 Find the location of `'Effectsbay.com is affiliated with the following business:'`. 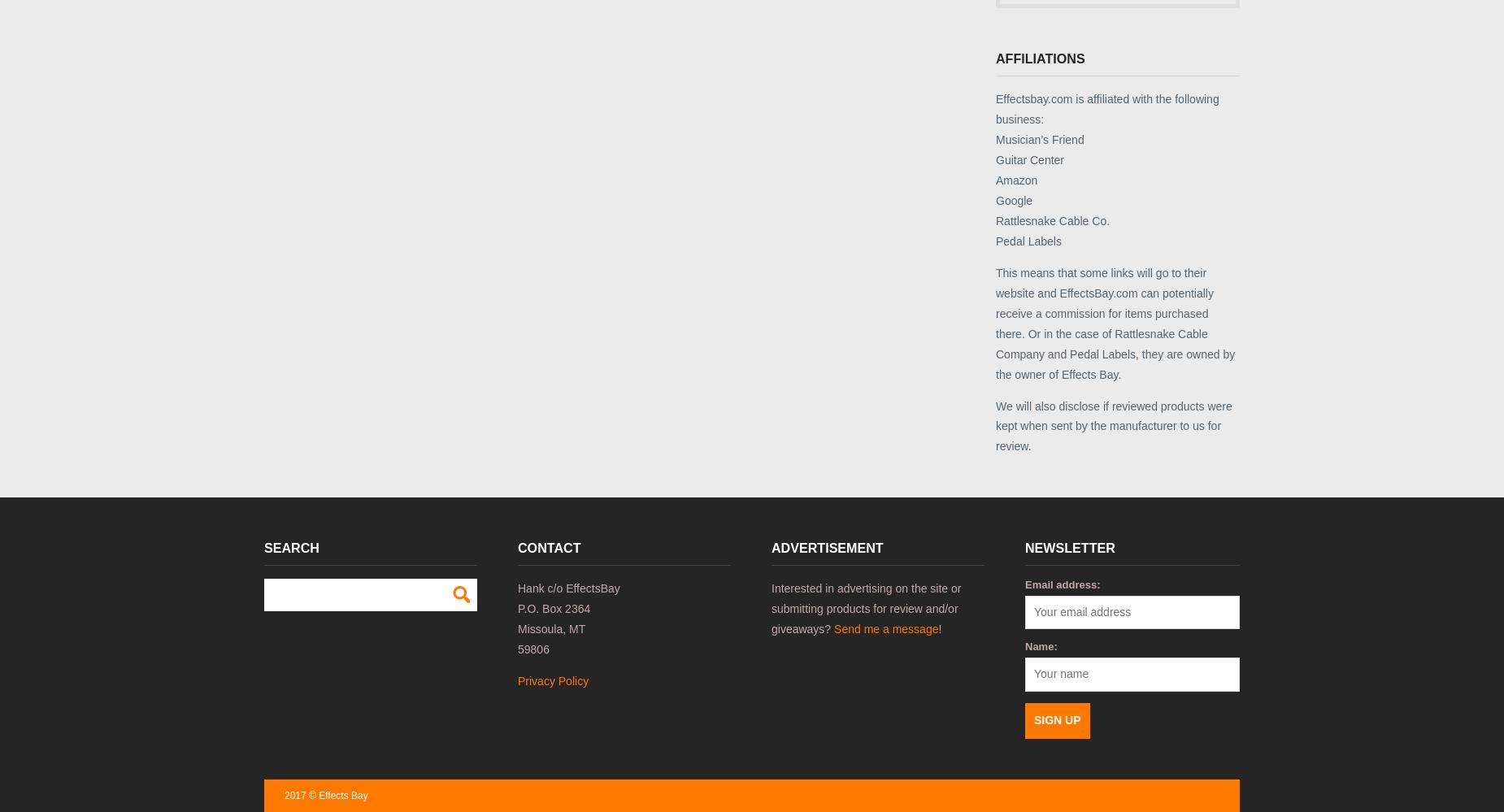

'Effectsbay.com is affiliated with the following business:' is located at coordinates (1106, 108).